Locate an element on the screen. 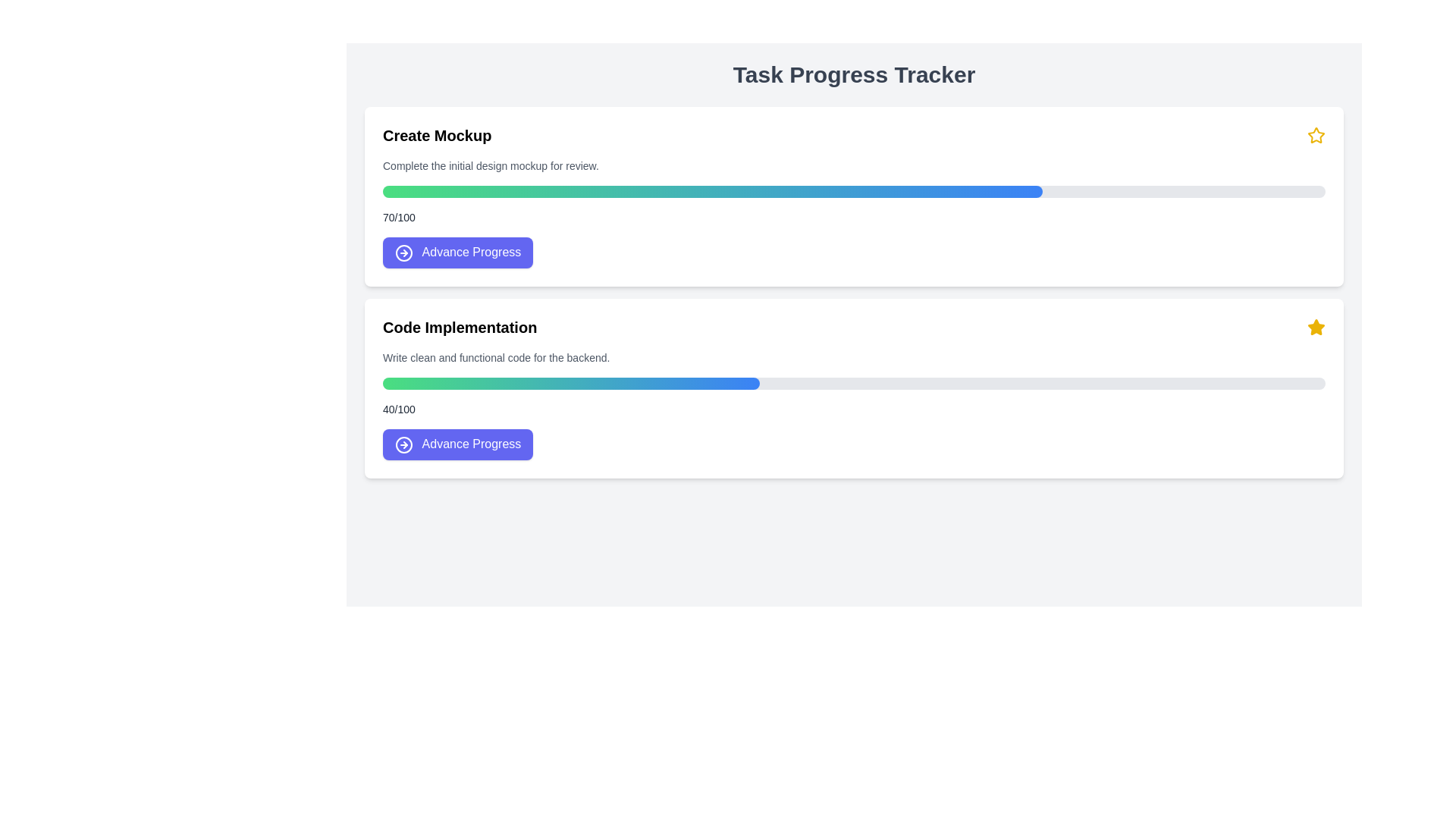 This screenshot has height=819, width=1456. the decorative or directional icon located on the left side of the 'Advance Progress' button in the second task section is located at coordinates (403, 444).